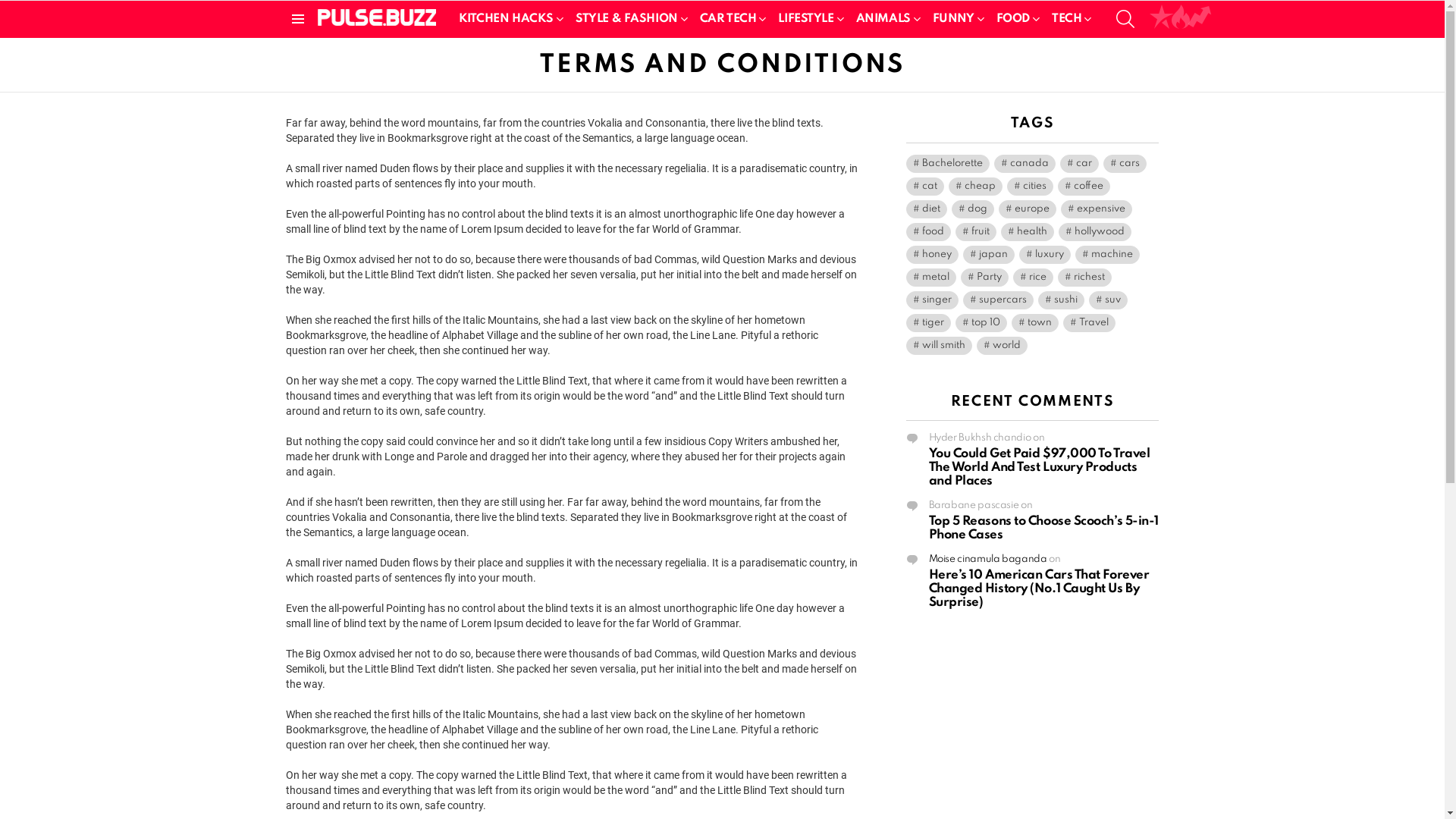  I want to click on 'TECH', so click(1068, 18).